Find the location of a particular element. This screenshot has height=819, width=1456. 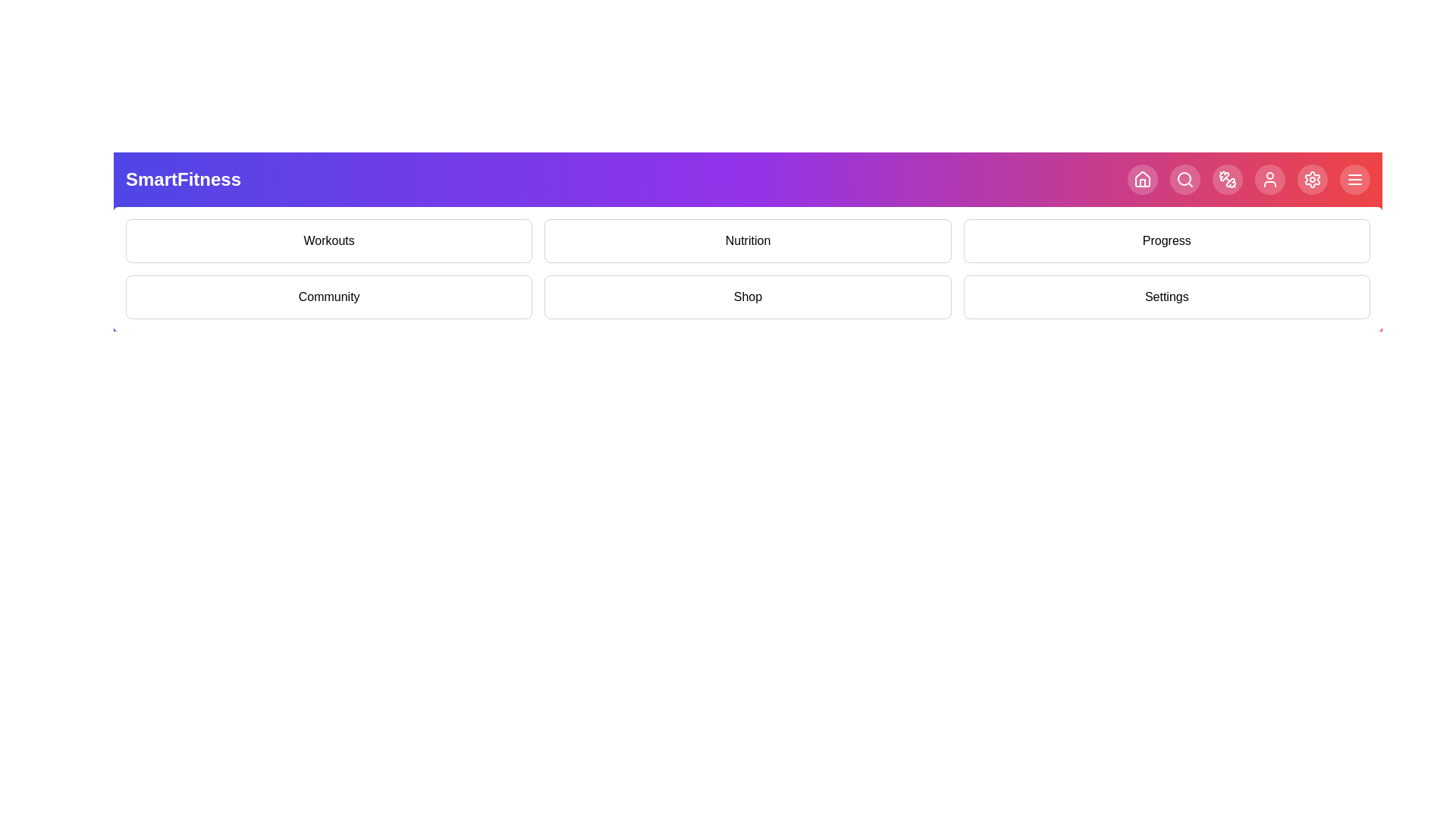

the navigation icon corresponding to User is located at coordinates (1270, 178).